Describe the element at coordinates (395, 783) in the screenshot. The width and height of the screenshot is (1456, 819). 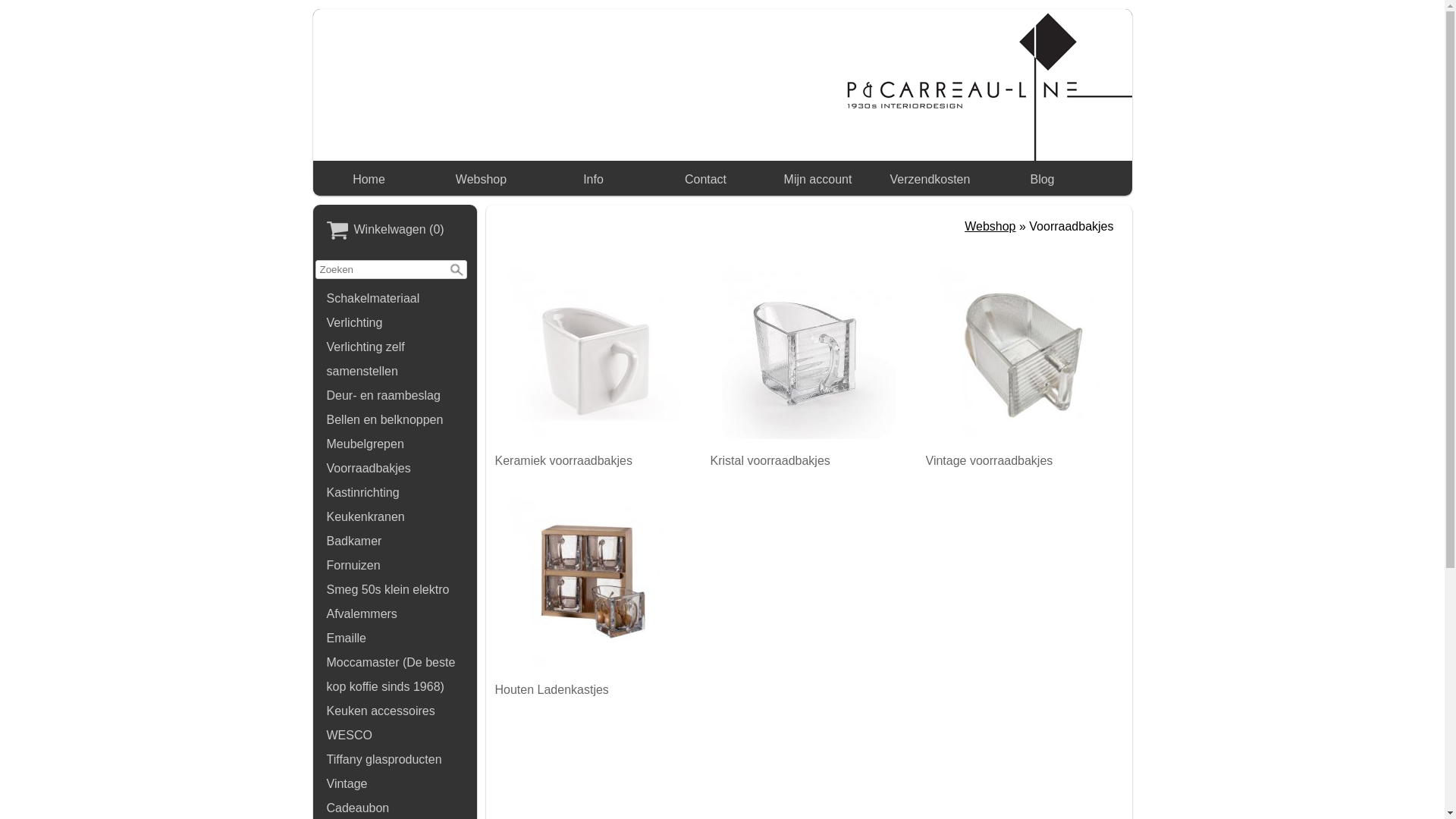
I see `'Vintage'` at that location.